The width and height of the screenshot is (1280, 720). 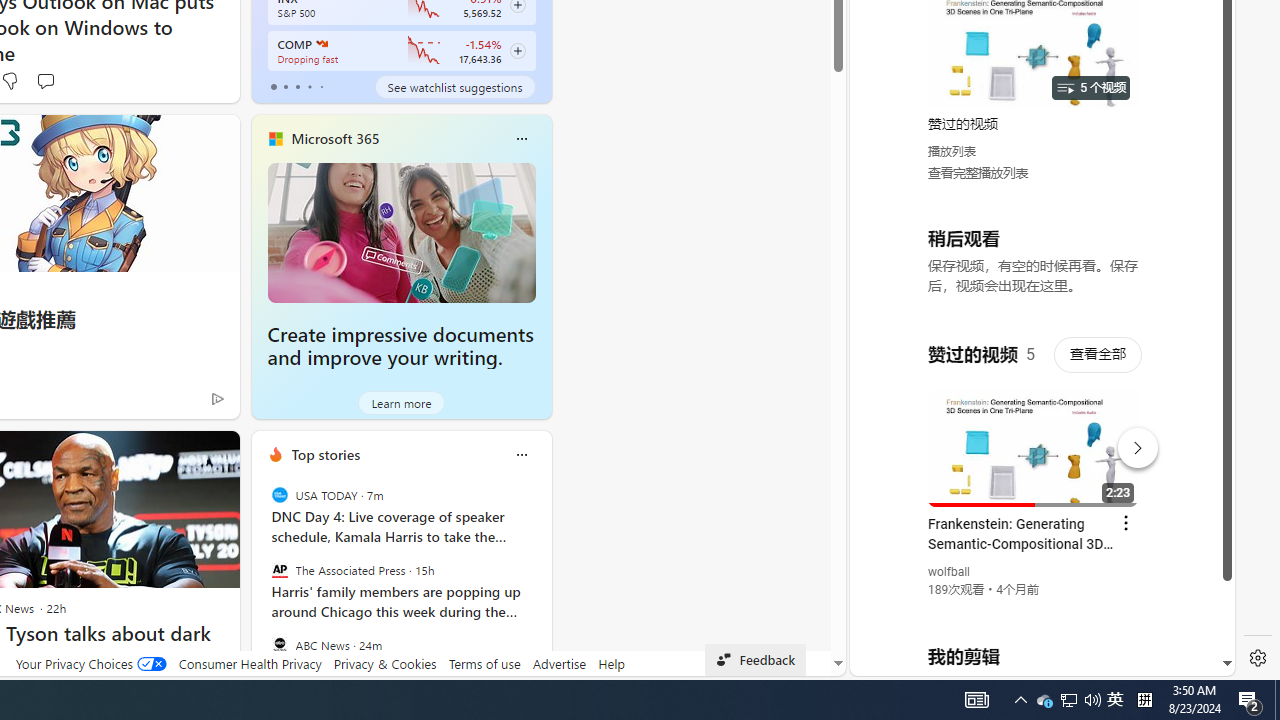 I want to click on 'tab-2', so click(x=296, y=86).